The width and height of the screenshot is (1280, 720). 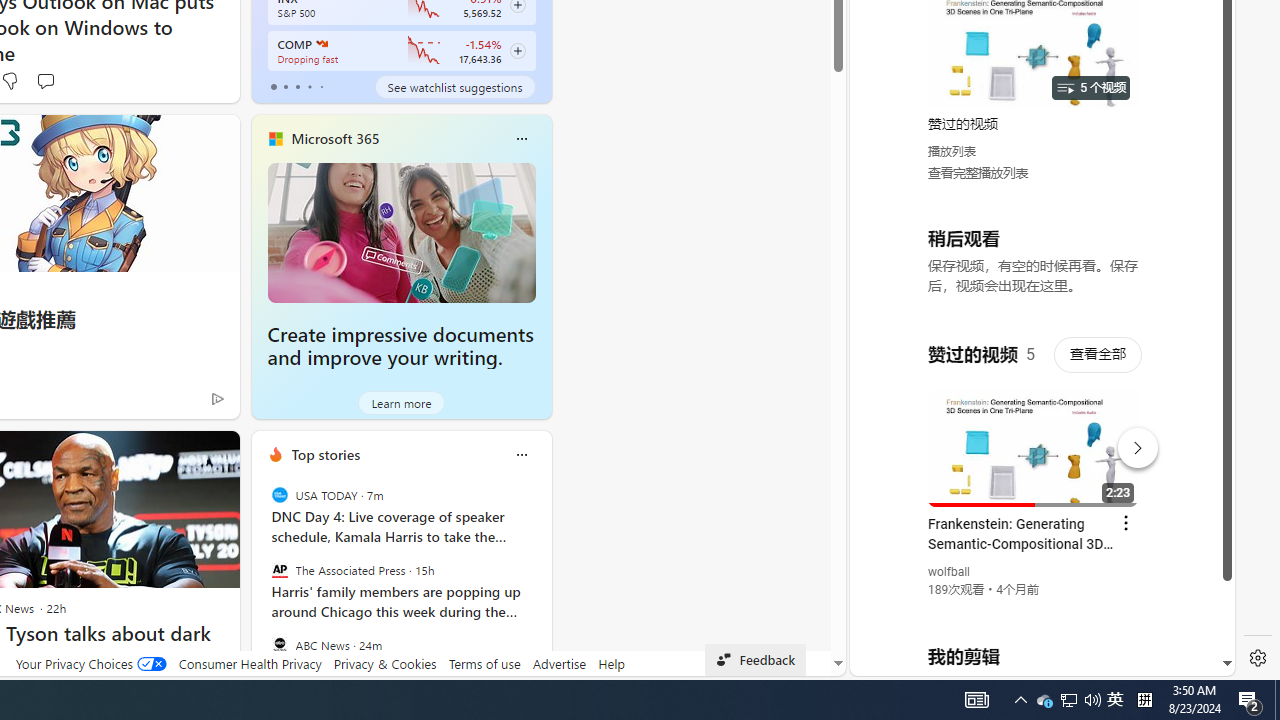 I want to click on 'tab-2', so click(x=296, y=86).